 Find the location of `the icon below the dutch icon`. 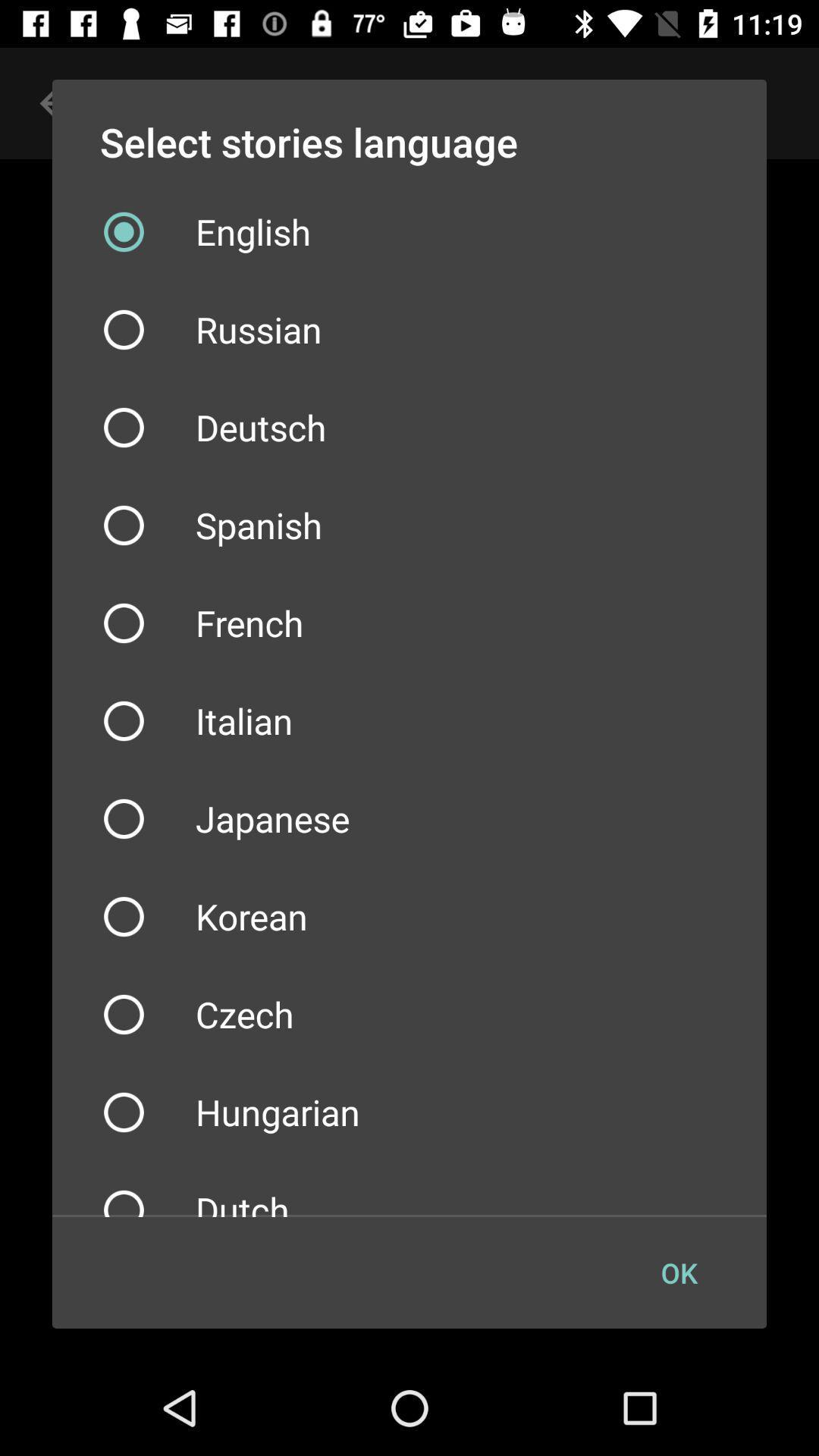

the icon below the dutch icon is located at coordinates (678, 1272).